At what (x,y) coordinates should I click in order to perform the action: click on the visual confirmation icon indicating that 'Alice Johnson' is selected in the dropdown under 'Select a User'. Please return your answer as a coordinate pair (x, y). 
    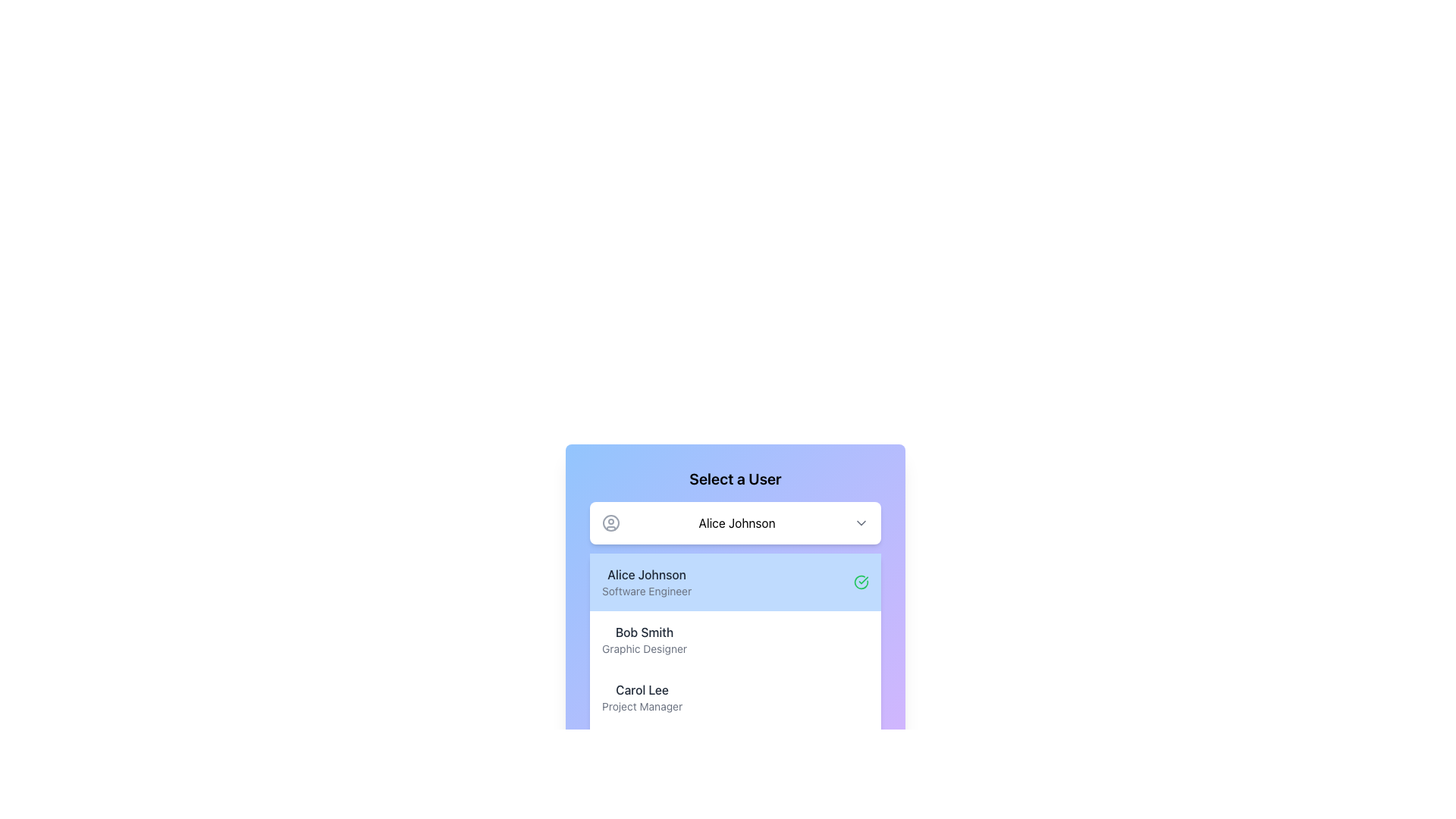
    Looking at the image, I should click on (861, 581).